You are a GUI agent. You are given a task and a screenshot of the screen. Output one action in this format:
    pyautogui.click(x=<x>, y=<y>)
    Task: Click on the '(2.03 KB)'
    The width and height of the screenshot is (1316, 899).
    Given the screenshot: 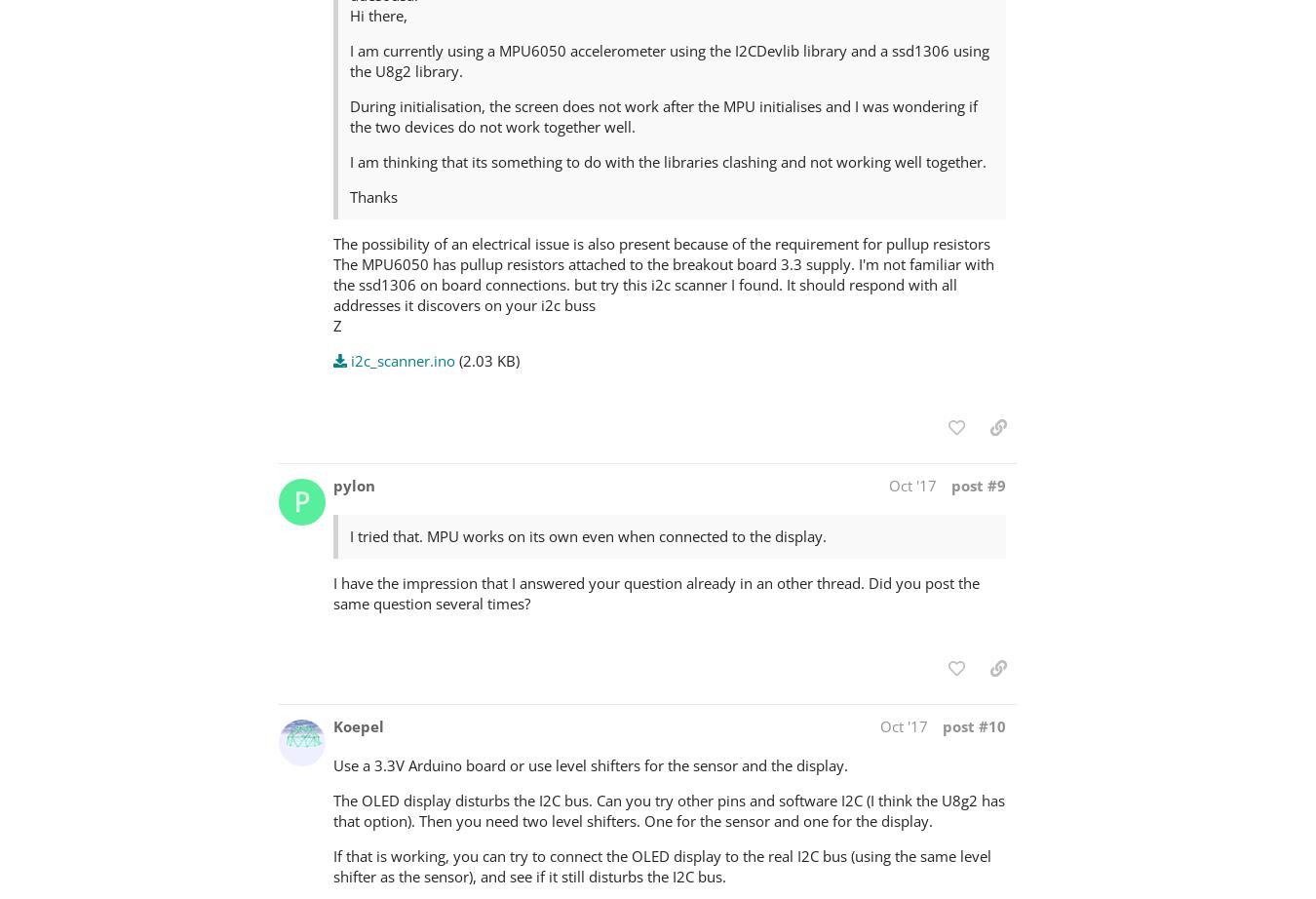 What is the action you would take?
    pyautogui.click(x=486, y=359)
    